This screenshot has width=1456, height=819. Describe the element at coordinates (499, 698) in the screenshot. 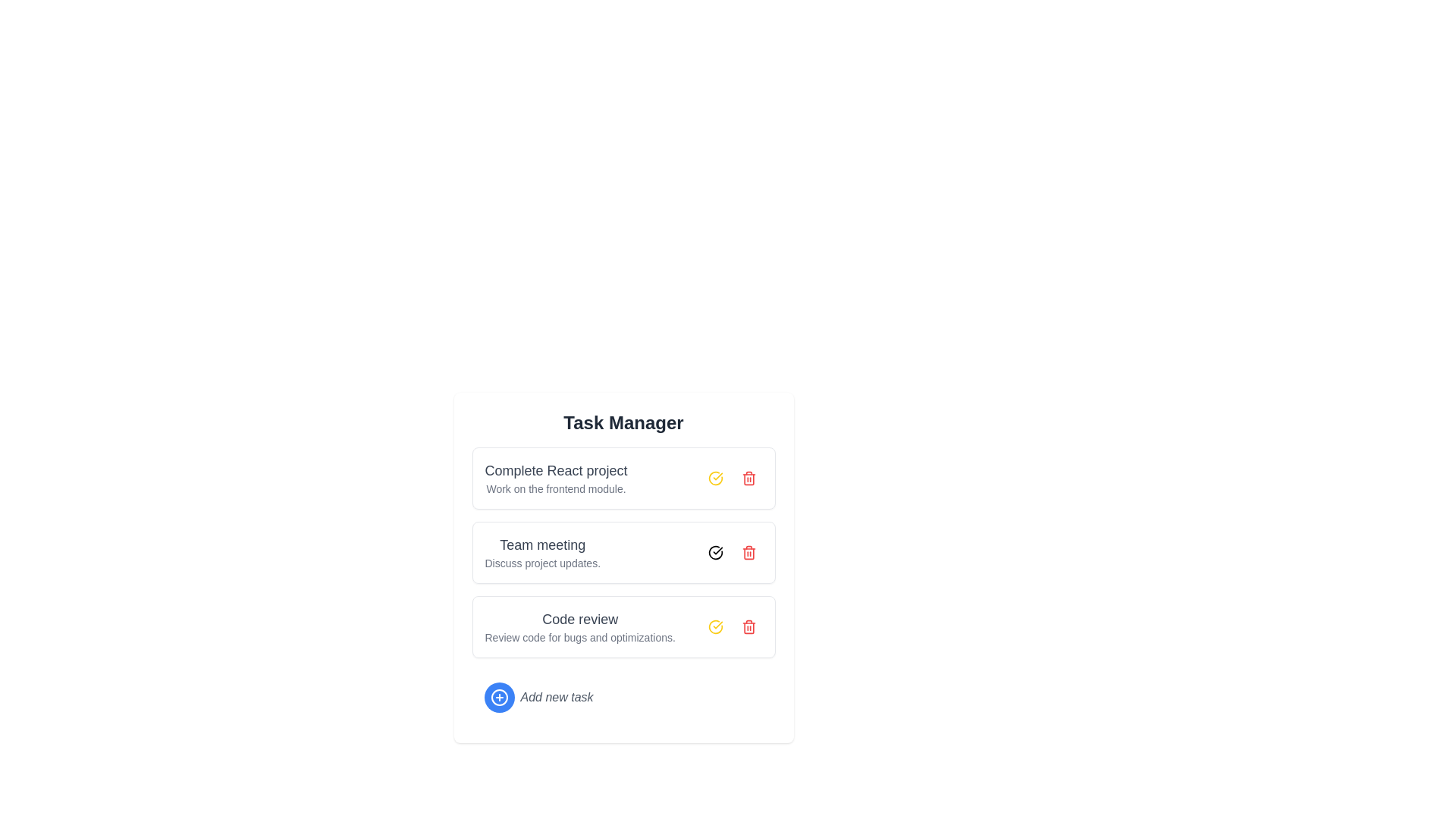

I see `the decorative circular SVG element that is part of the 'Add new task' button in the task manager interface, located at the center of the bottom area of the task list` at that location.